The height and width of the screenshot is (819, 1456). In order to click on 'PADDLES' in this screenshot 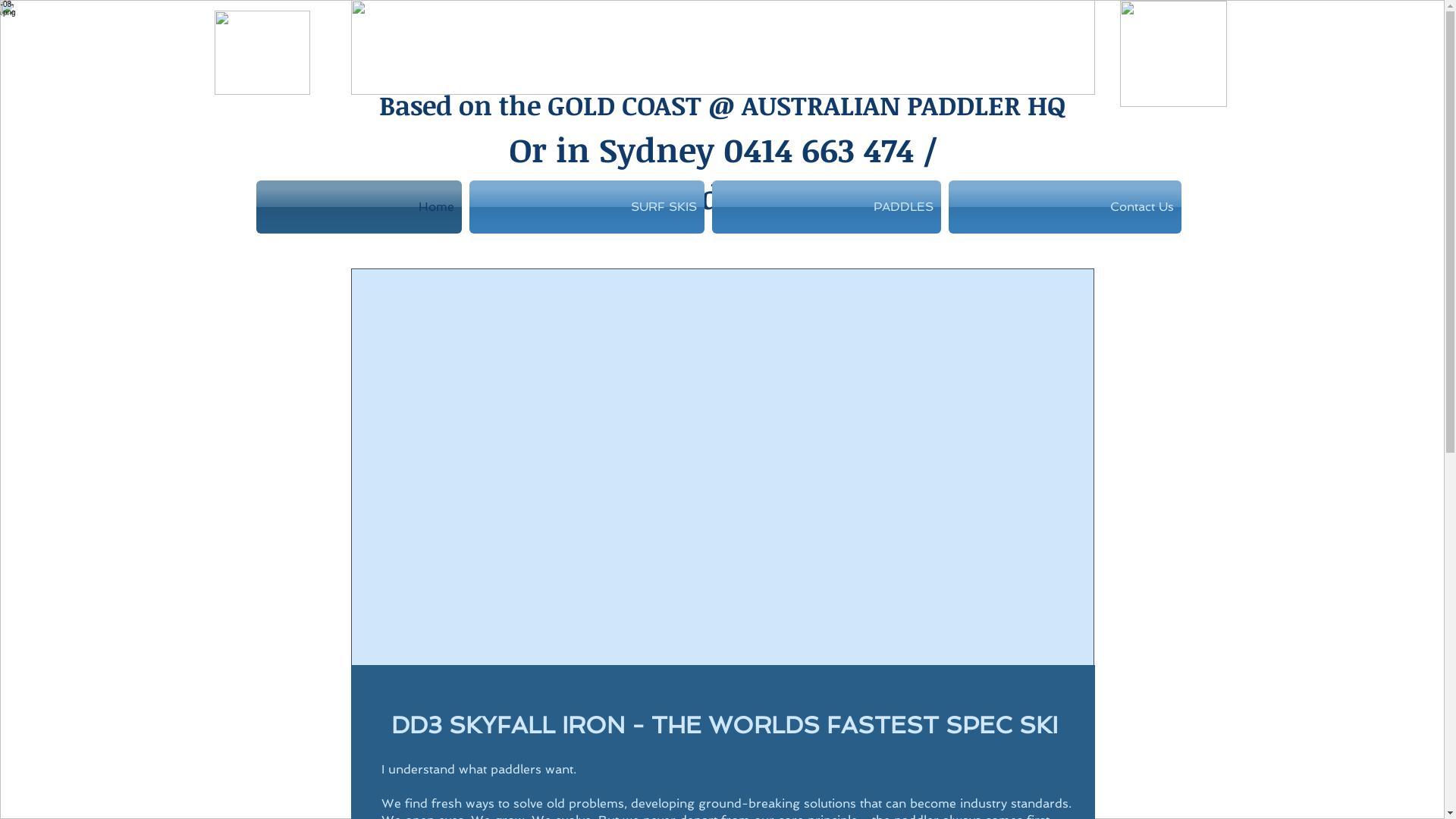, I will do `click(825, 207)`.